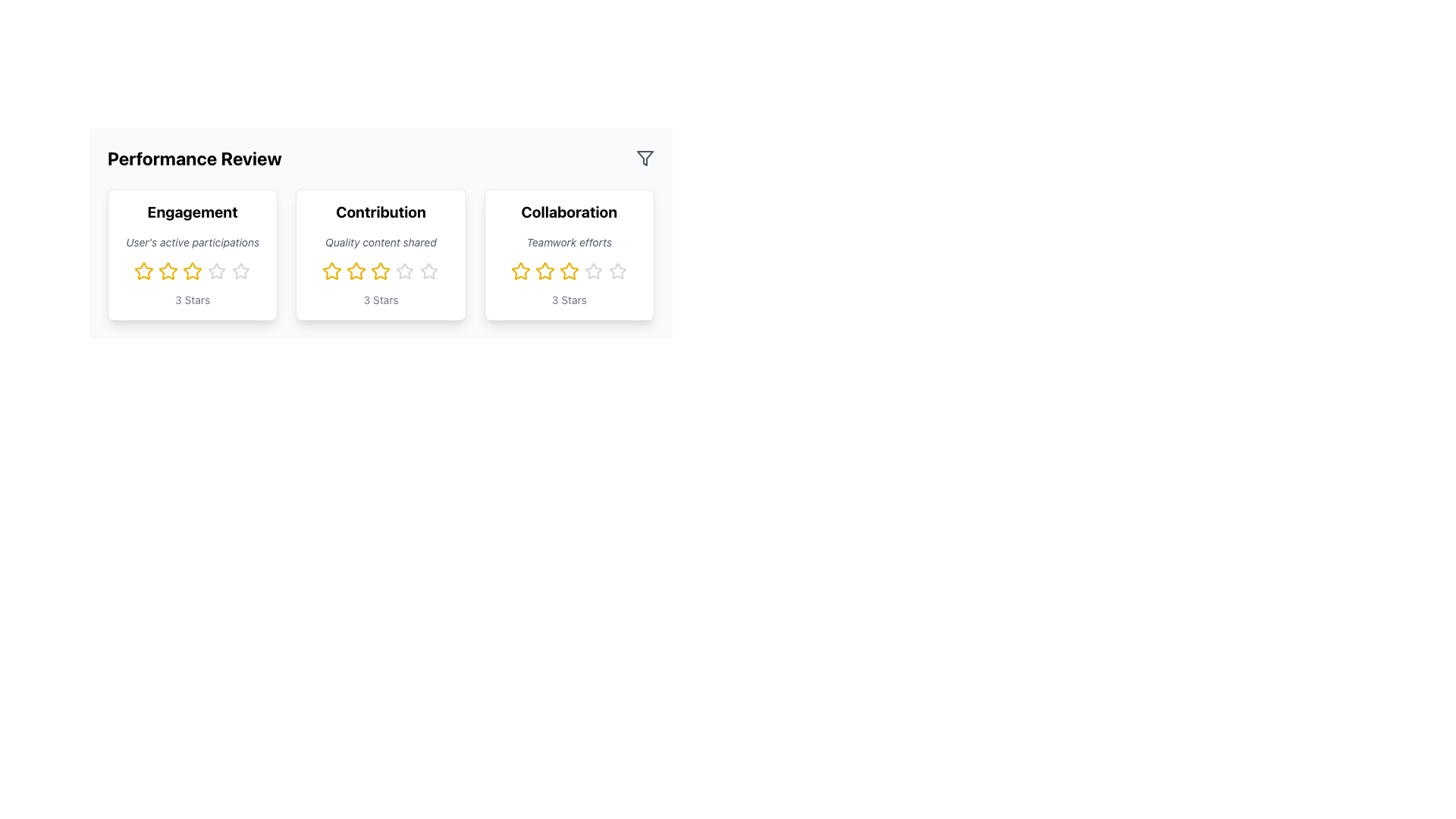  Describe the element at coordinates (192, 300) in the screenshot. I see `the text display element that shows the phrase '3 Stars.' This text is located at the bottom of the 'Engagement' card, centered horizontally below the five-star rating component` at that location.